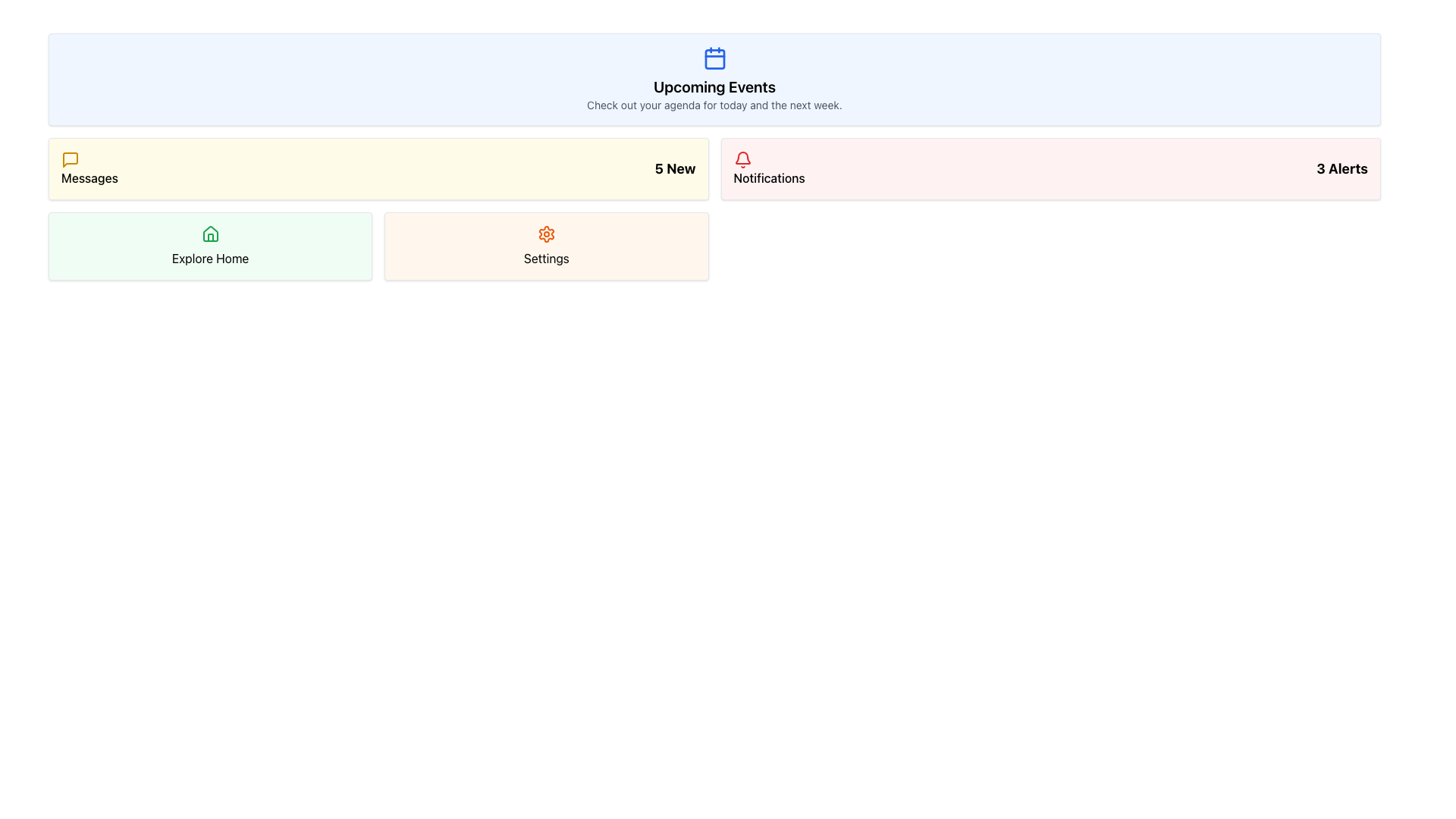 The width and height of the screenshot is (1456, 819). I want to click on the house-shaped icon within the 'Explore Home' button for better recognition of its purpose, so click(209, 237).